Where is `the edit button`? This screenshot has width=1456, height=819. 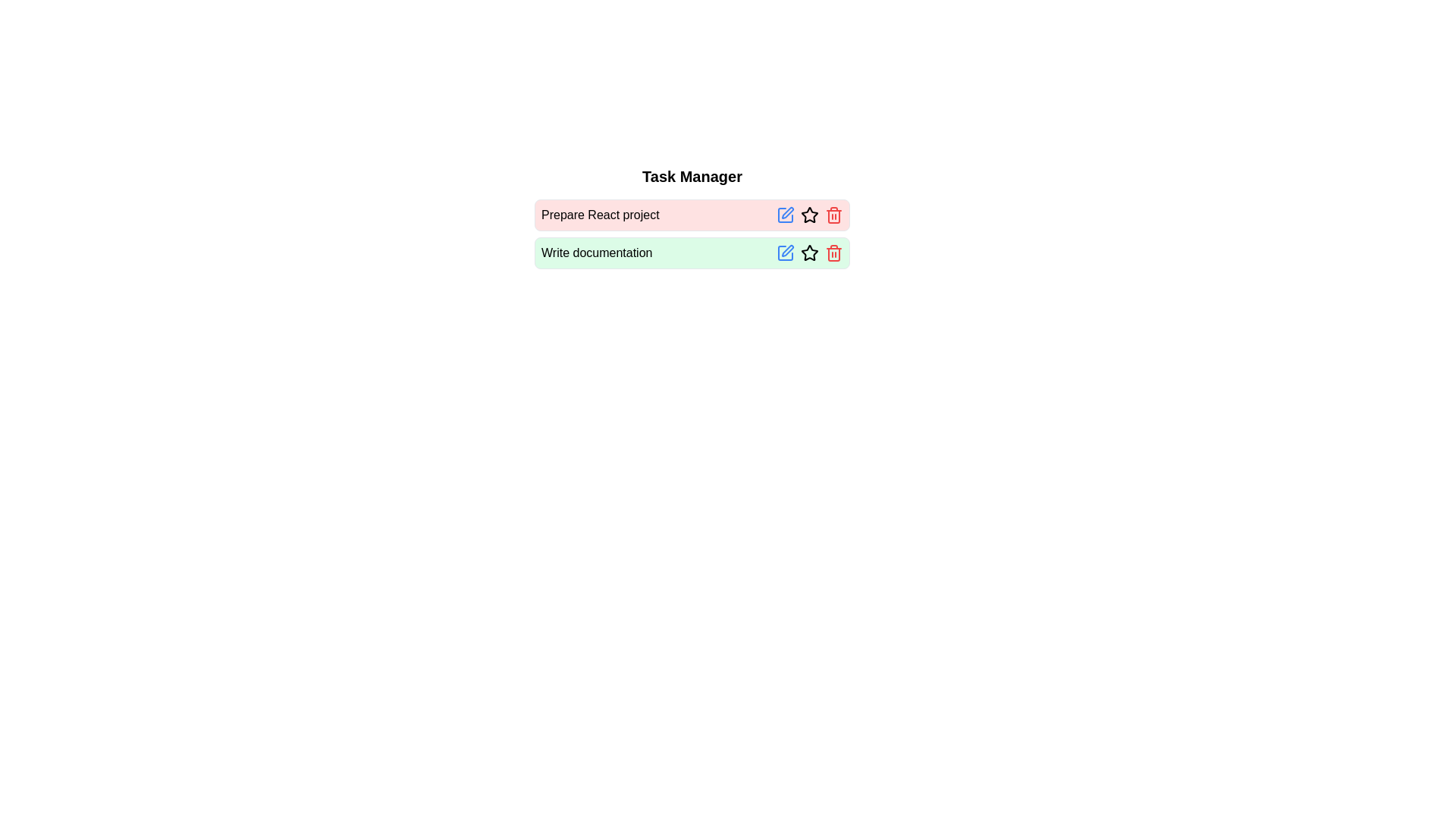 the edit button is located at coordinates (786, 253).